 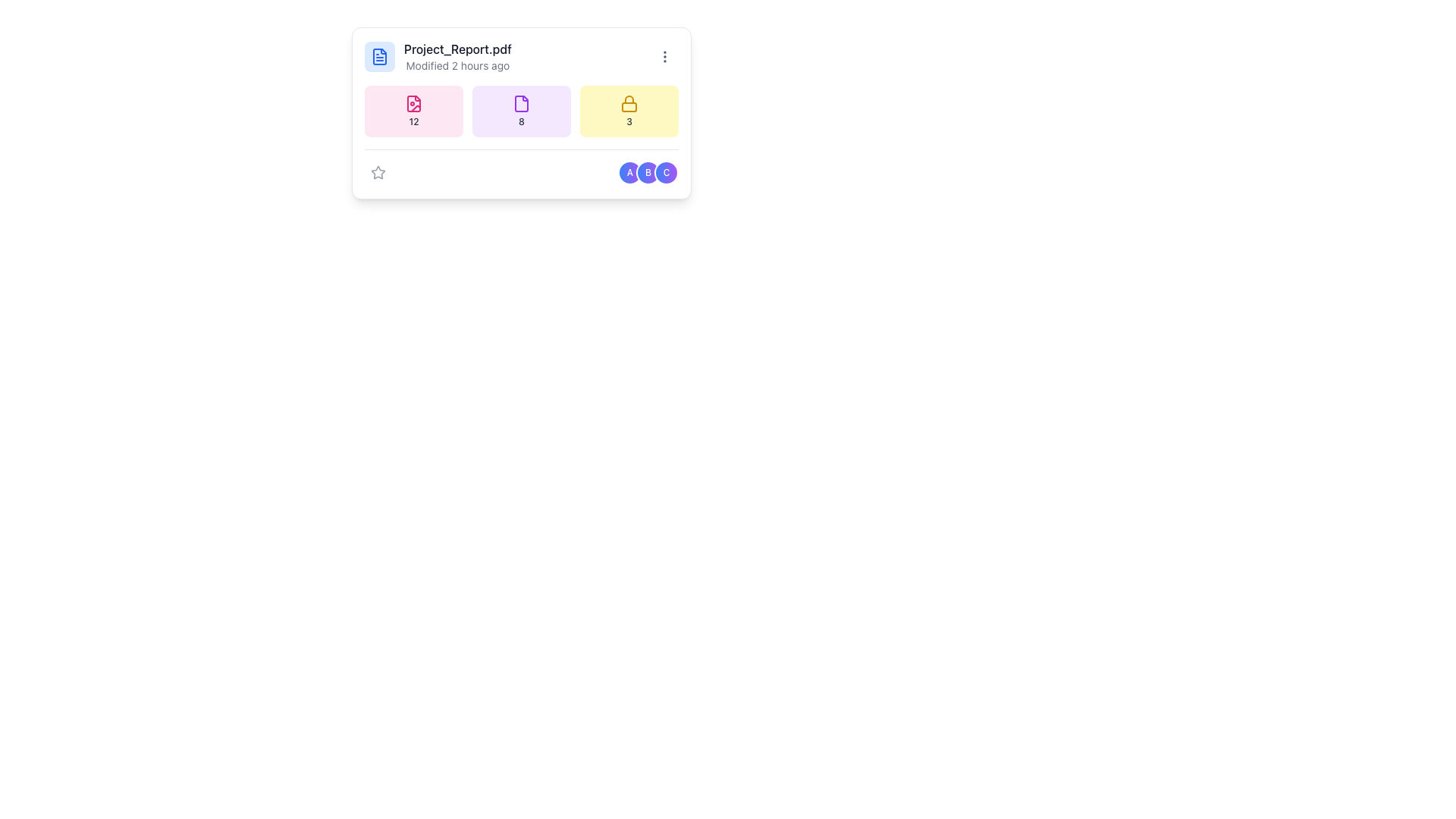 What do you see at coordinates (378, 171) in the screenshot?
I see `the star icon with a gray outline located in the bottom area of the UI section that displays file details` at bounding box center [378, 171].